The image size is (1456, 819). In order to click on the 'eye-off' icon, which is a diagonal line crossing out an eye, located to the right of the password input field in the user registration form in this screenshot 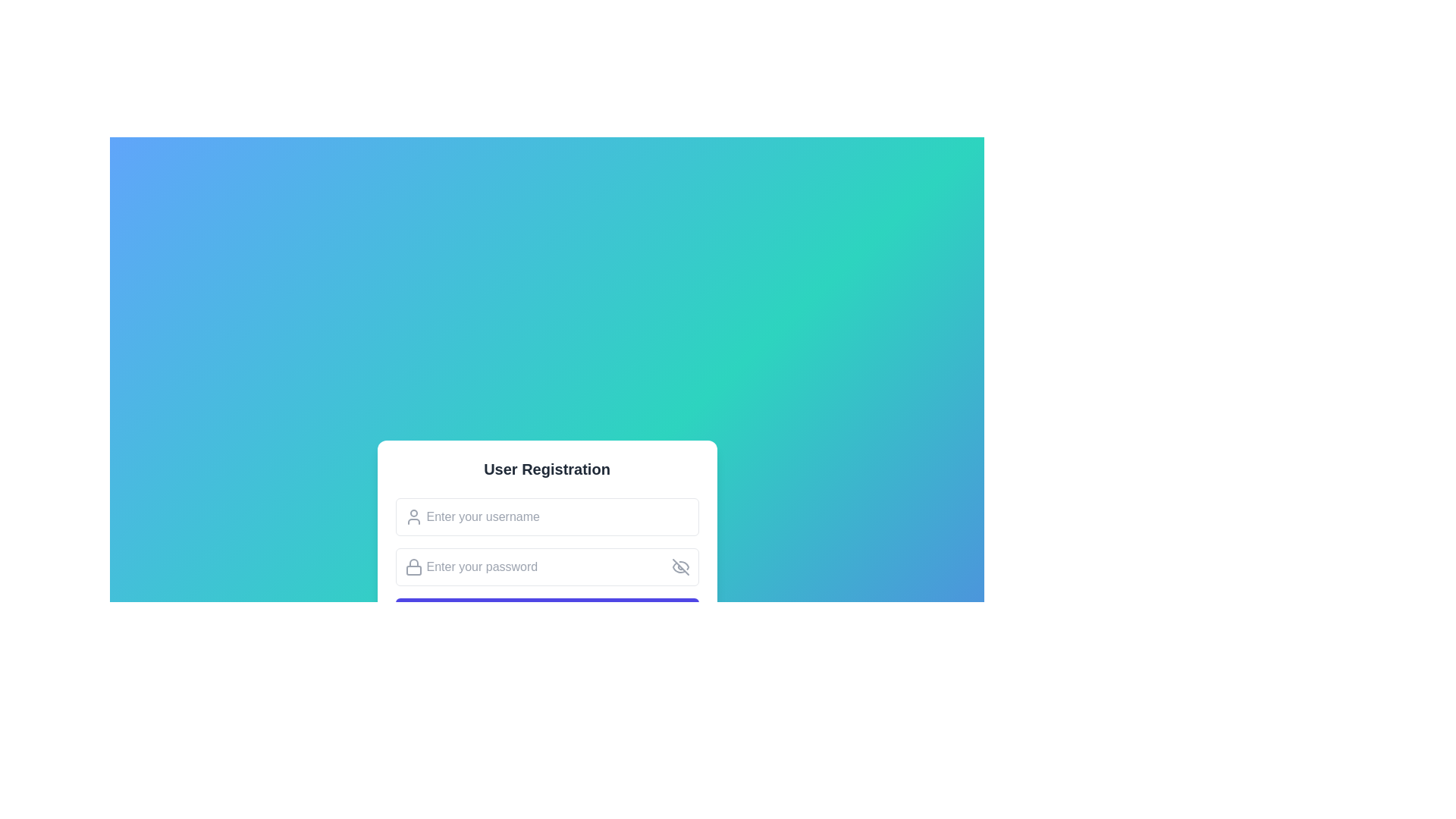, I will do `click(679, 567)`.